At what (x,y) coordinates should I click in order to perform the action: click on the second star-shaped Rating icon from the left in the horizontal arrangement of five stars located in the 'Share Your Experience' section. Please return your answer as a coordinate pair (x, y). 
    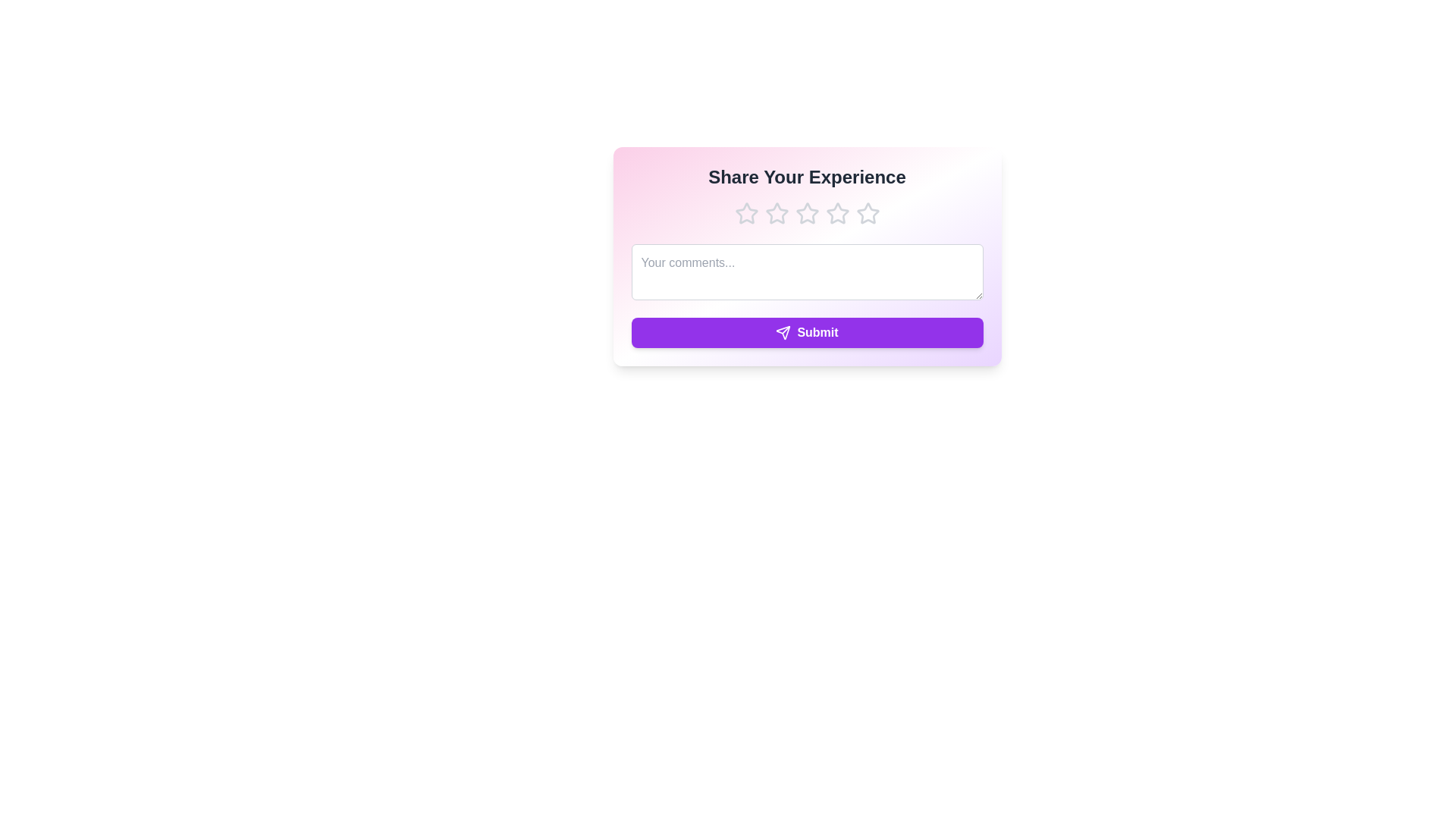
    Looking at the image, I should click on (806, 213).